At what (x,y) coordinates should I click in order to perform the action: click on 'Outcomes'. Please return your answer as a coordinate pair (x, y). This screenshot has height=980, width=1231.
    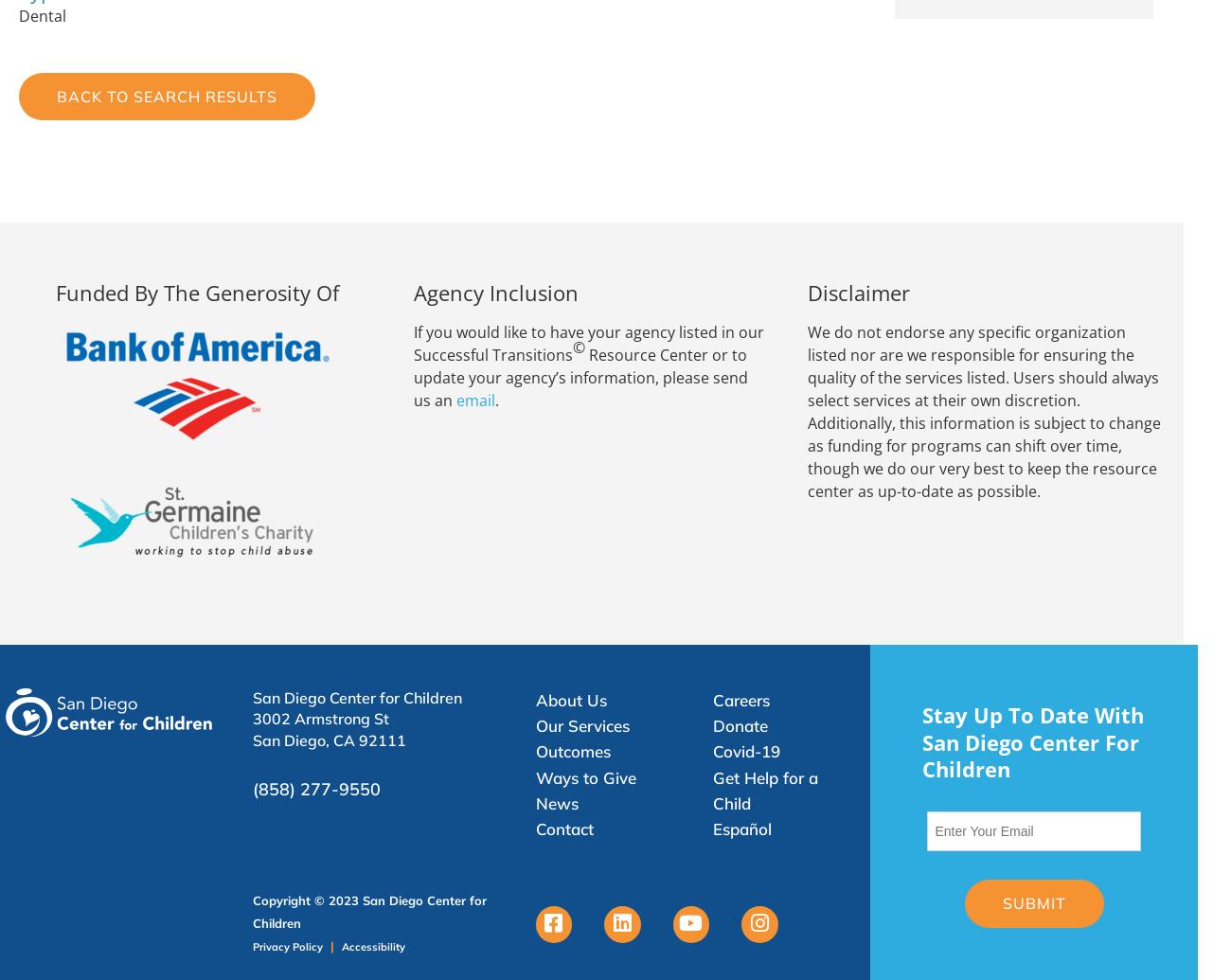
    Looking at the image, I should click on (572, 750).